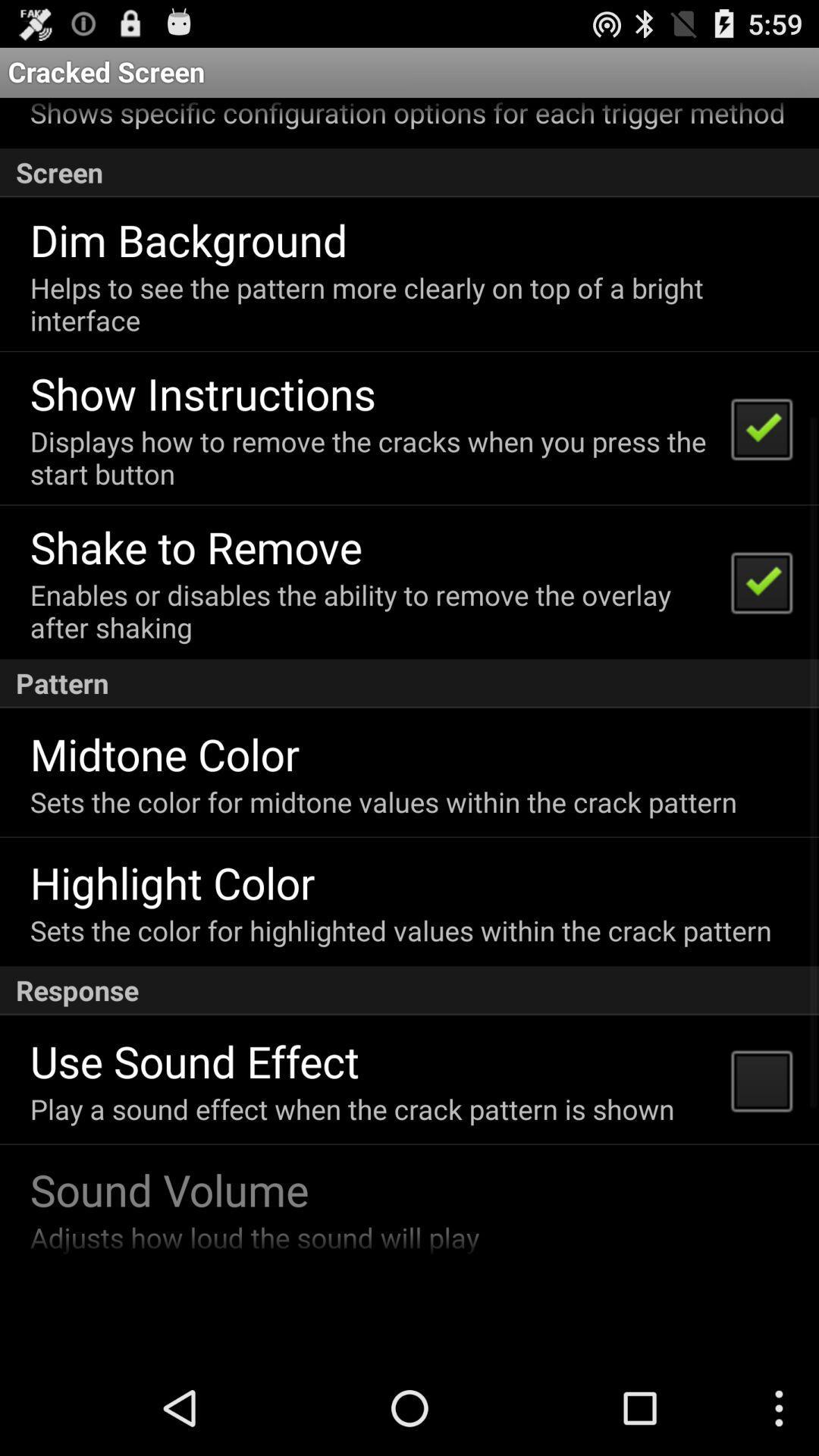 The width and height of the screenshot is (819, 1456). Describe the element at coordinates (171, 882) in the screenshot. I see `the highlight color item` at that location.